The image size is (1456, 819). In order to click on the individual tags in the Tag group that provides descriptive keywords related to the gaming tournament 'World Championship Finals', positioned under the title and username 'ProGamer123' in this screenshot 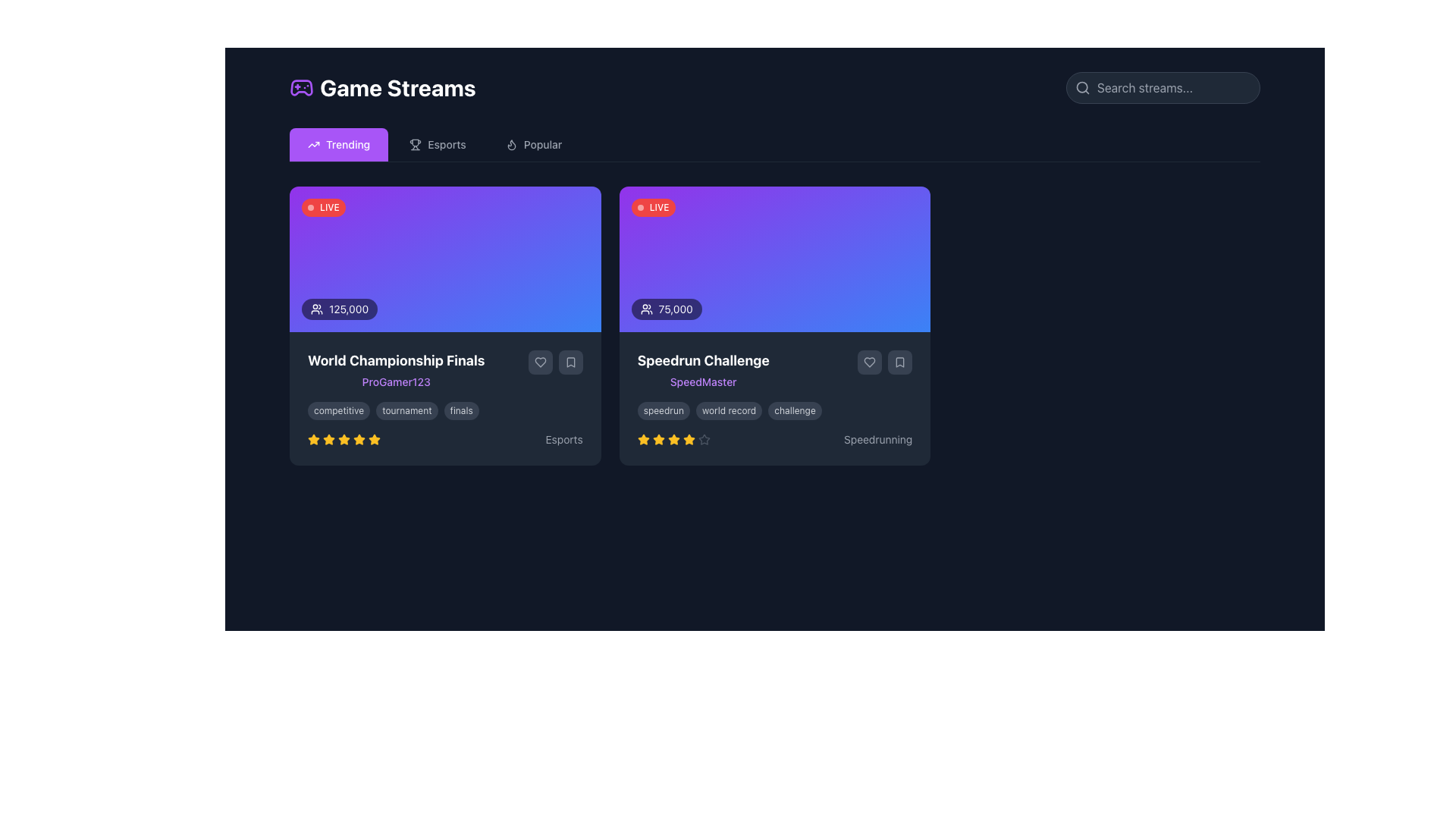, I will do `click(444, 411)`.